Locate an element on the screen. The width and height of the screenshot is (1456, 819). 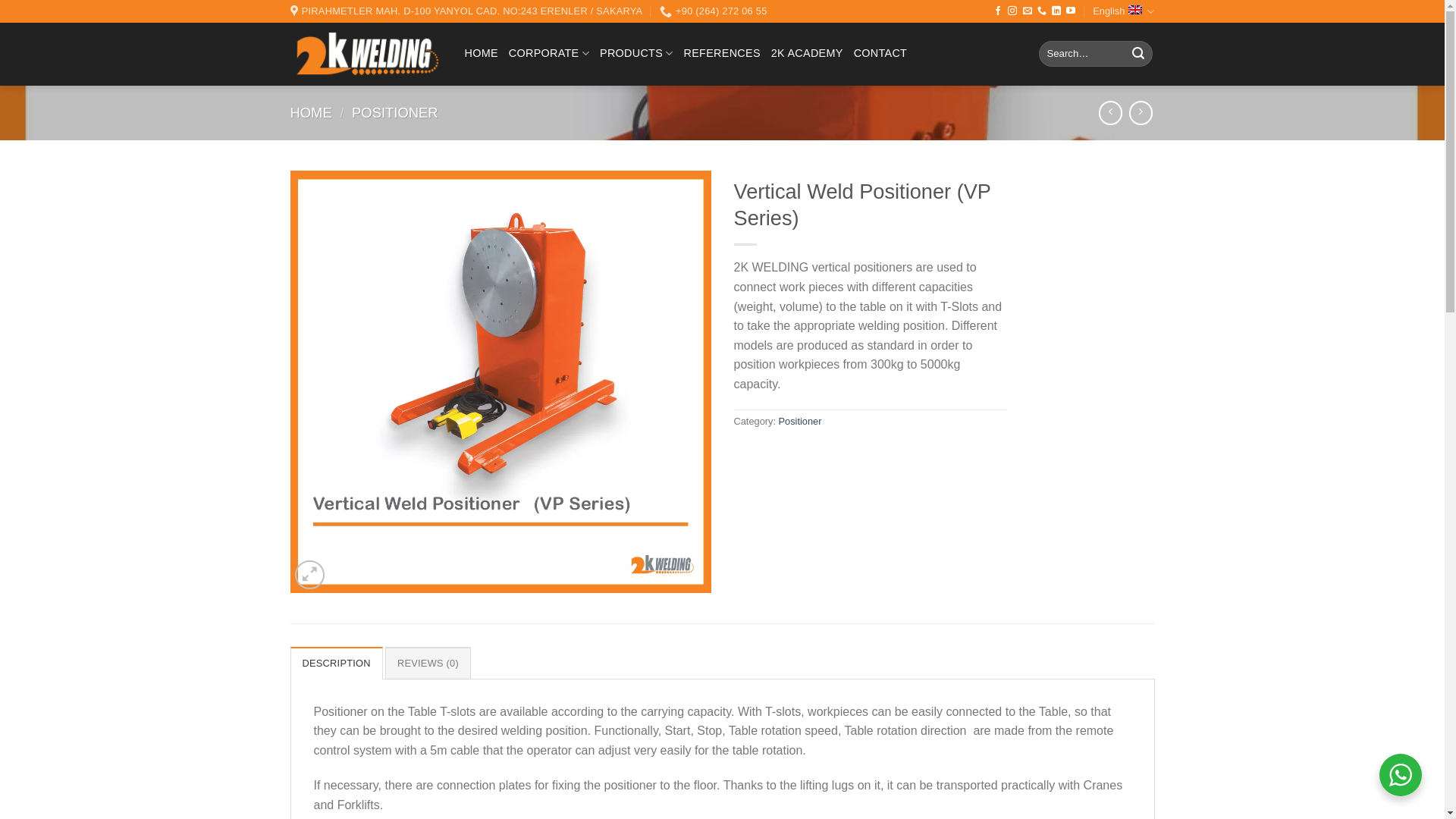
'Vertical-Weld-Positioner-(VP-Series)-EN' is located at coordinates (500, 381).